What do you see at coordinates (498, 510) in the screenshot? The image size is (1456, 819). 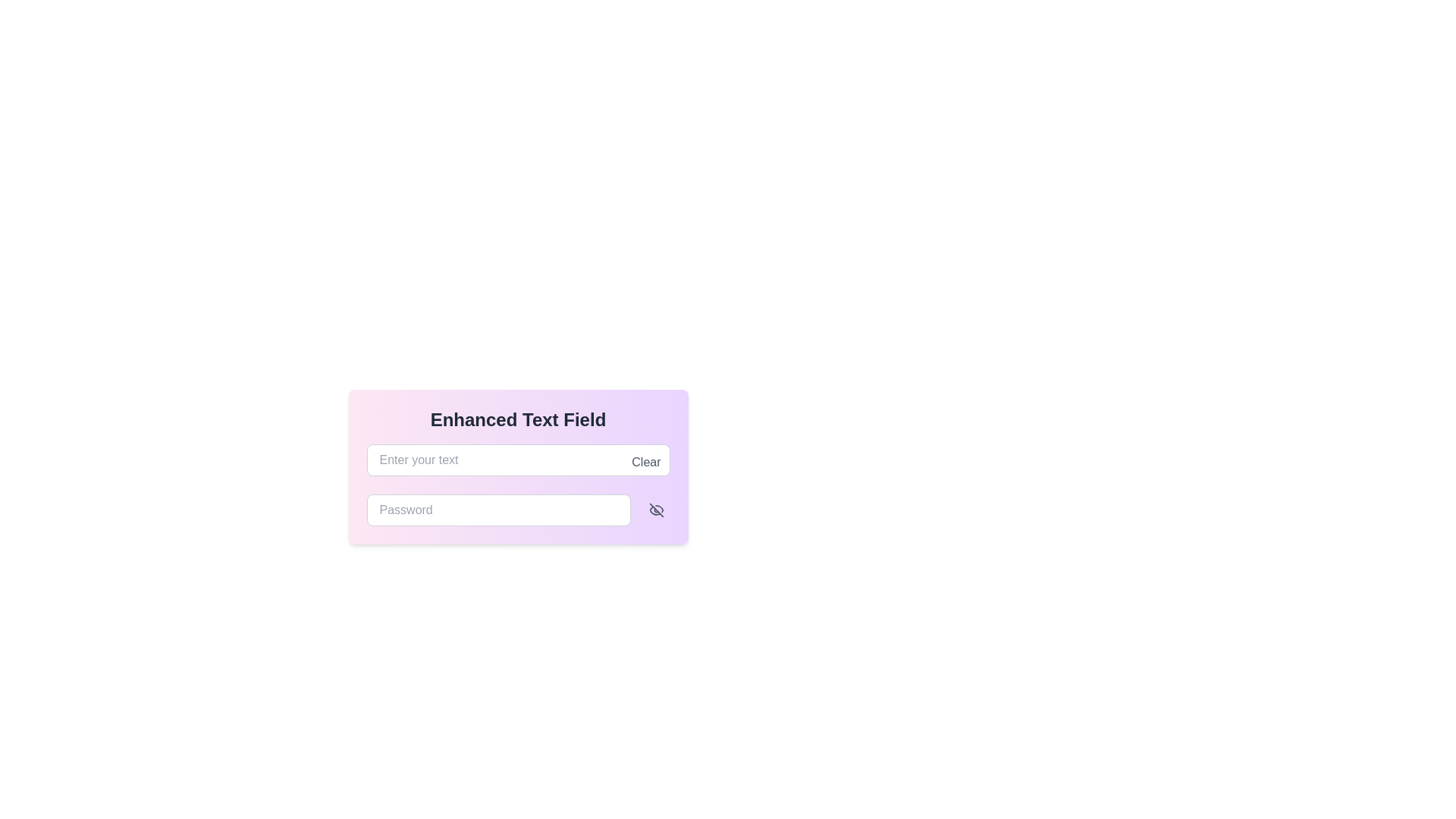 I see `the primary text input field for password entry by tabbing to it` at bounding box center [498, 510].